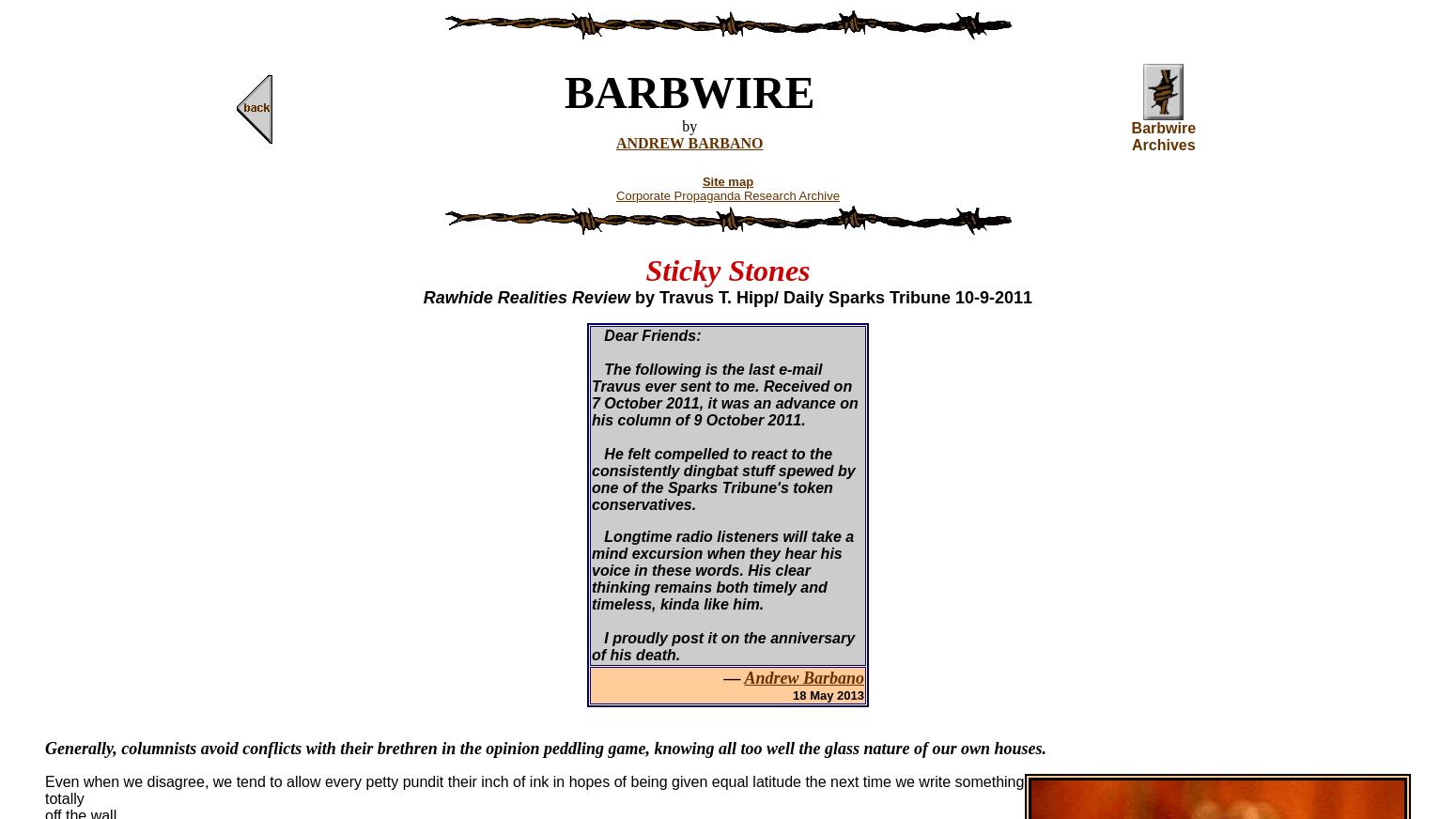  Describe the element at coordinates (791, 694) in the screenshot. I see `'18 
        May 2013'` at that location.